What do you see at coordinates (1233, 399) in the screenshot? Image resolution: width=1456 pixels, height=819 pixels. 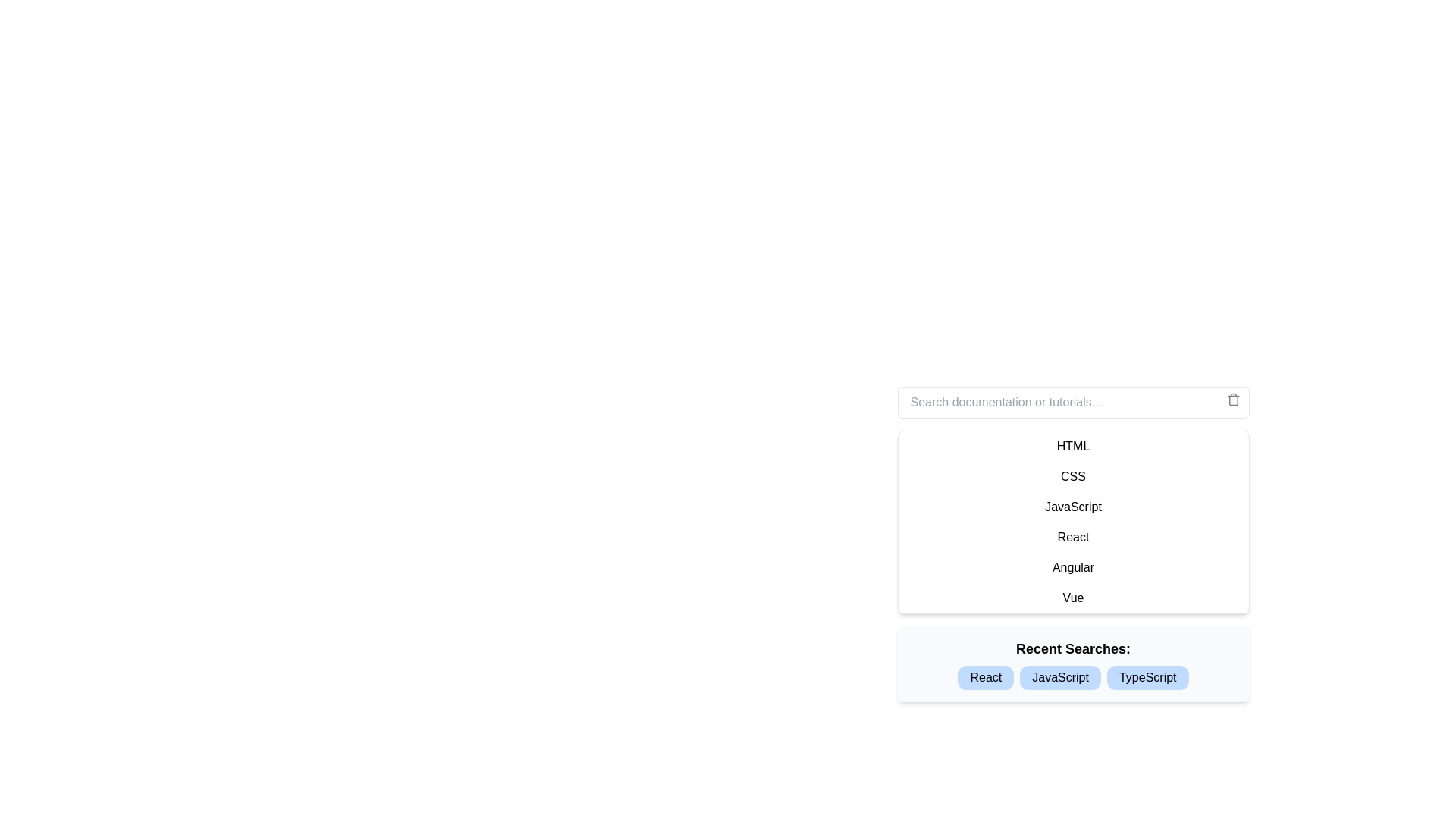 I see `the clear icon button located at the top-right corner of the input field` at bounding box center [1233, 399].